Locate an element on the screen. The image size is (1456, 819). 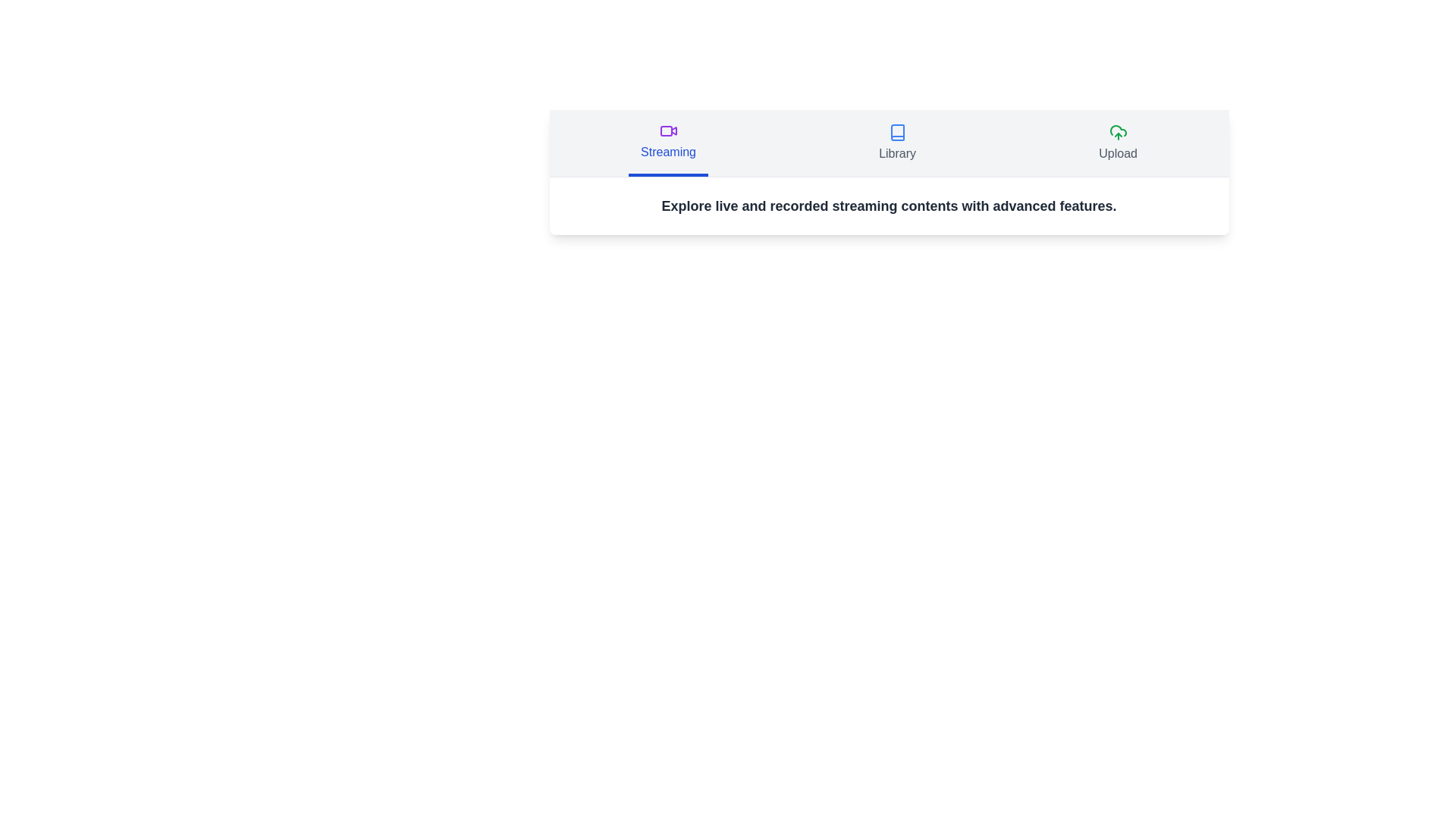
the Library tab is located at coordinates (897, 143).